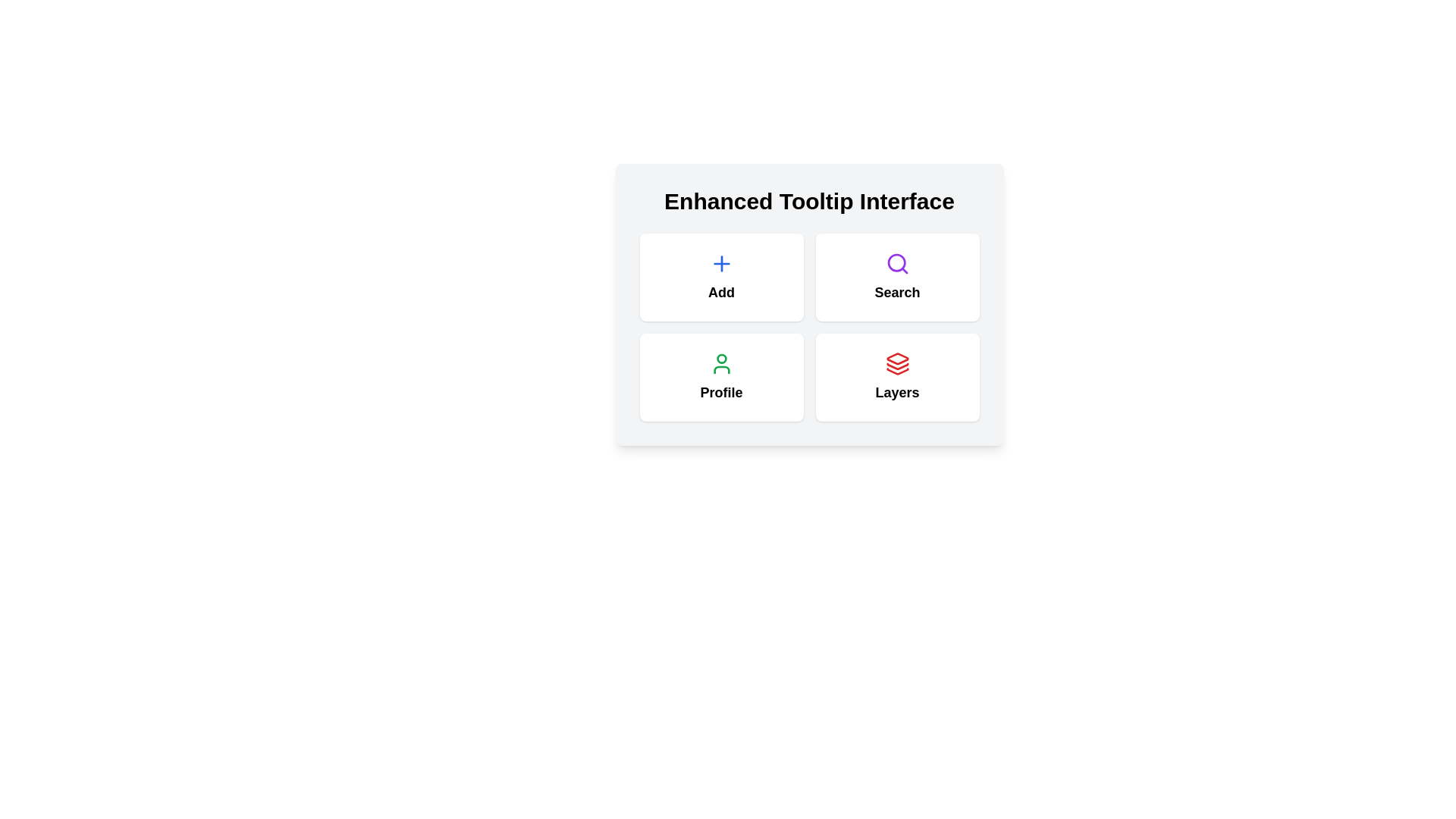 The image size is (1456, 819). I want to click on the circular shape representing the head of the user icon within the 'Profile' button located in the lower-left corner of the interface, so click(720, 359).